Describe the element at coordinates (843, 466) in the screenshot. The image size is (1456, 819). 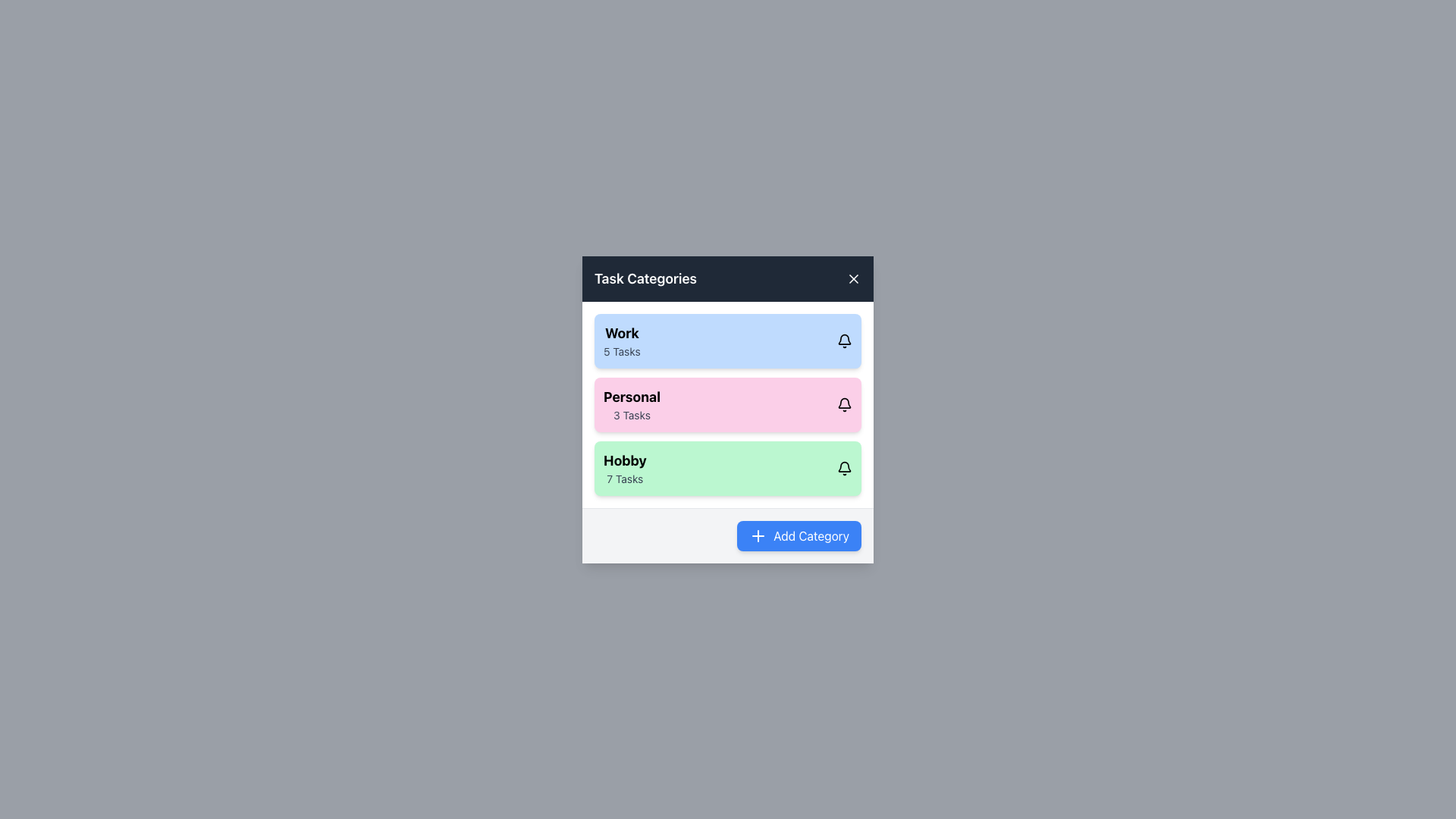
I see `the bottom arc segment of the notification bell icon indicating notifications for the 'Hobby' category located in the bottom right of the 'Hobby' category card` at that location.